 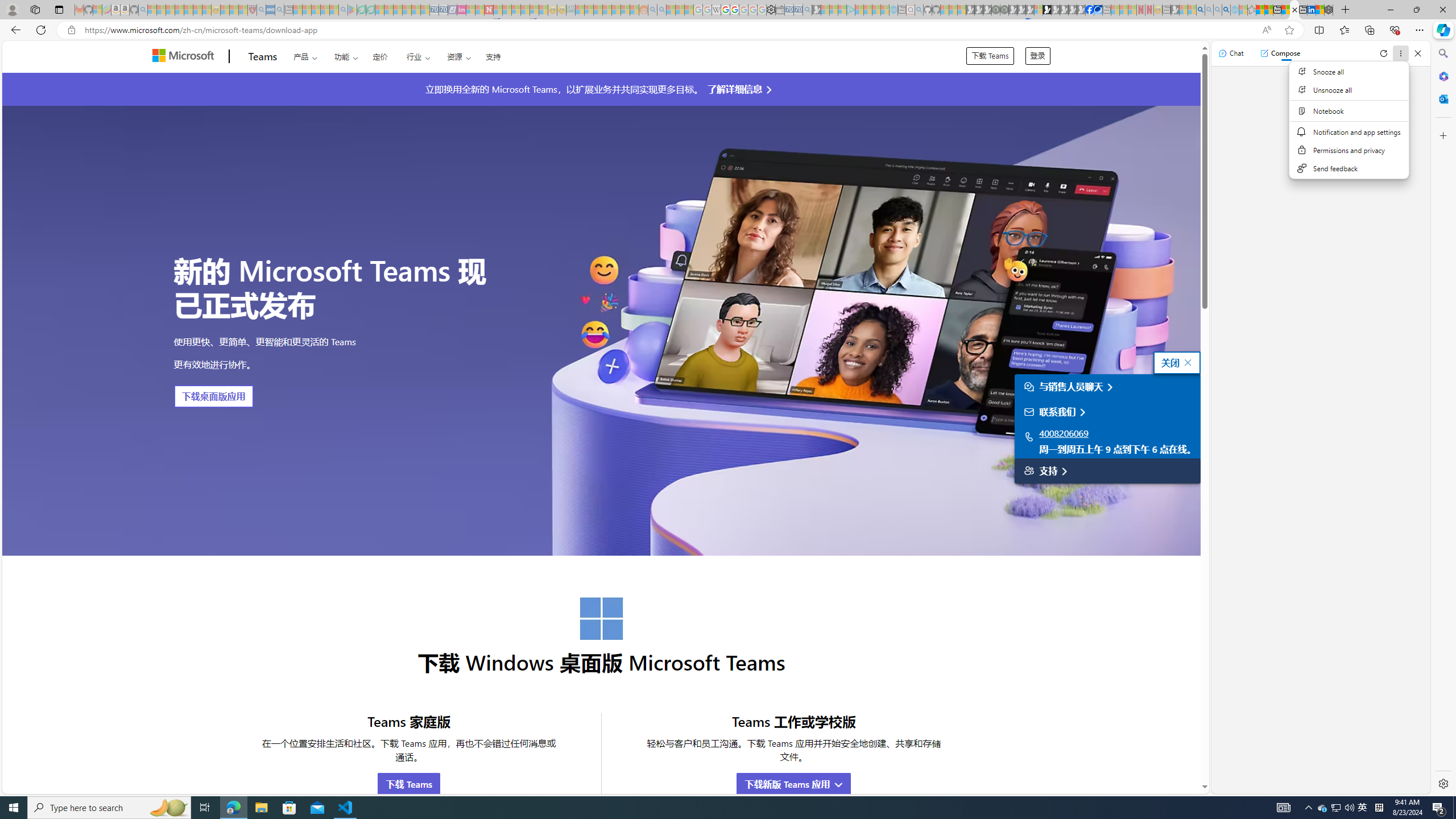 What do you see at coordinates (262, 56) in the screenshot?
I see `'Teams'` at bounding box center [262, 56].